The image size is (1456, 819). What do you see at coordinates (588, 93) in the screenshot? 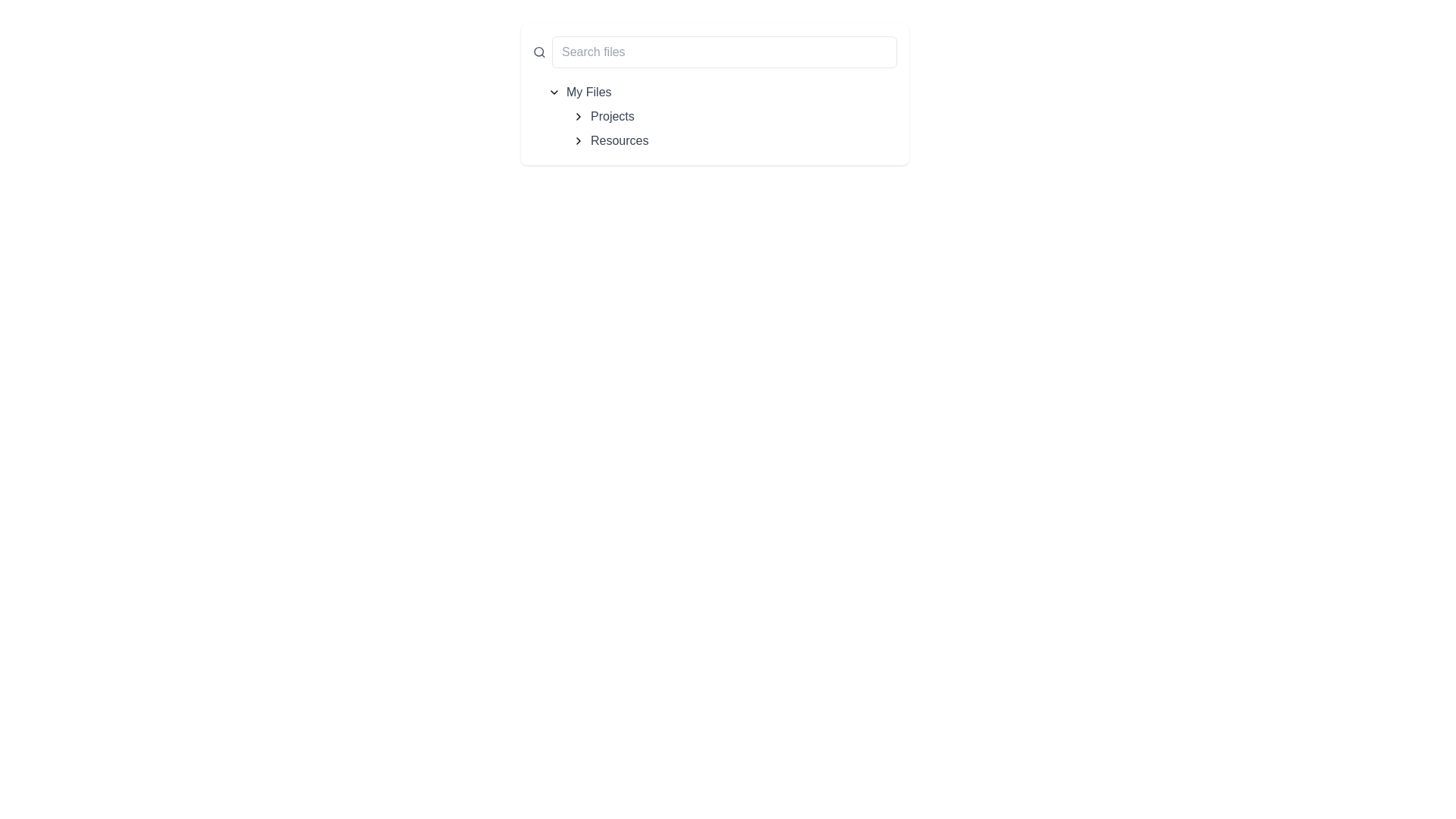
I see `text label 'My Files' located to the right of the chevron-down icon in the collapsible section header` at bounding box center [588, 93].